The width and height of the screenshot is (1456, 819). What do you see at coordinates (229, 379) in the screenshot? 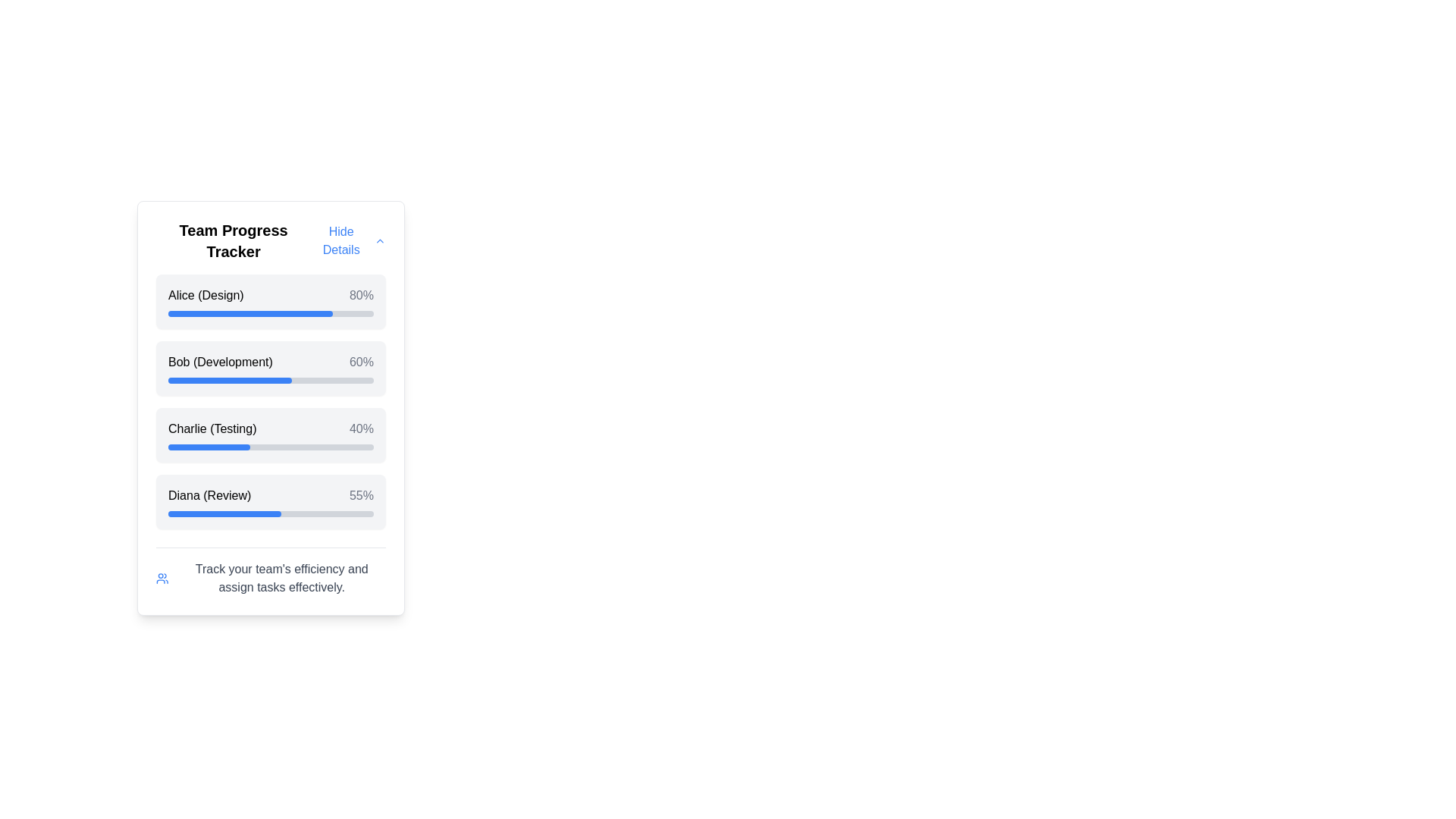
I see `the blue horizontal progress bar located under the 'Bob (Development) 60%' label, which is the second item in the list of progress bars` at bounding box center [229, 379].